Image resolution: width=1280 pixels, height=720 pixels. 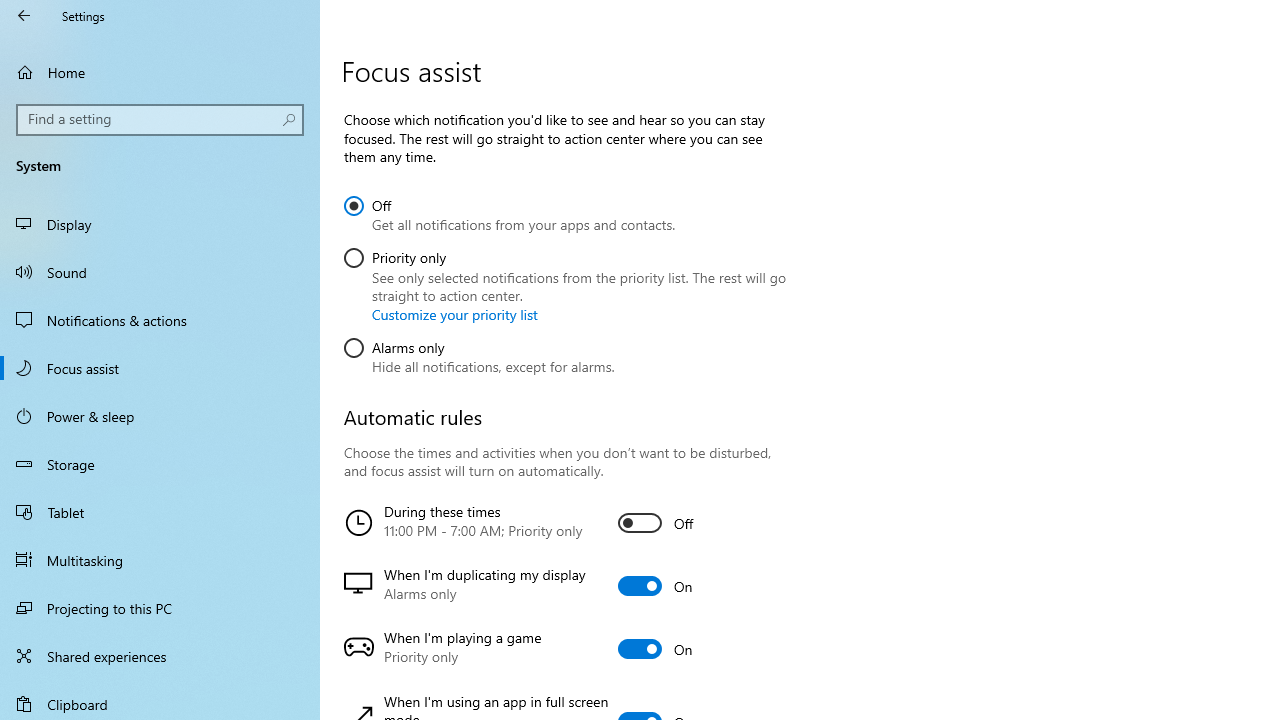 What do you see at coordinates (160, 607) in the screenshot?
I see `'Projecting to this PC'` at bounding box center [160, 607].